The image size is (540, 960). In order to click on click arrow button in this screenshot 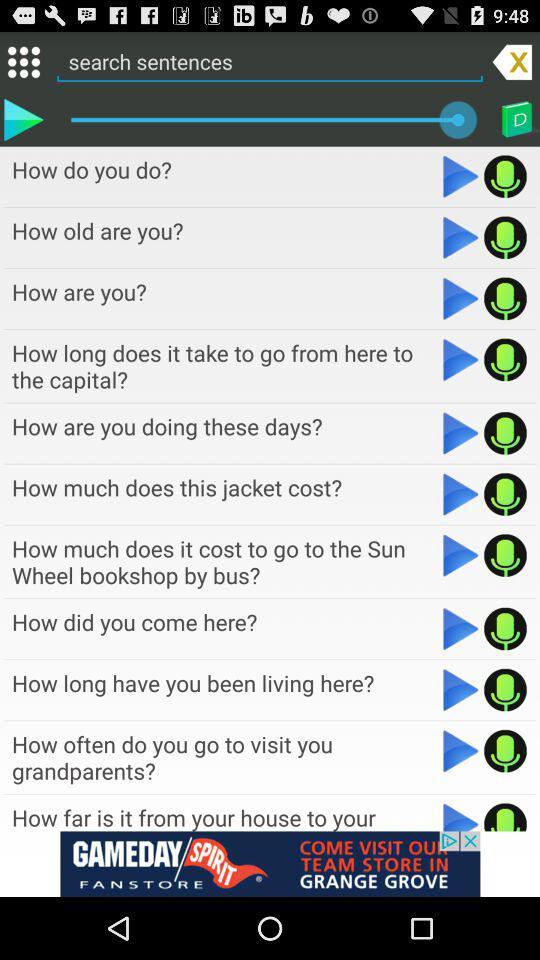, I will do `click(461, 297)`.